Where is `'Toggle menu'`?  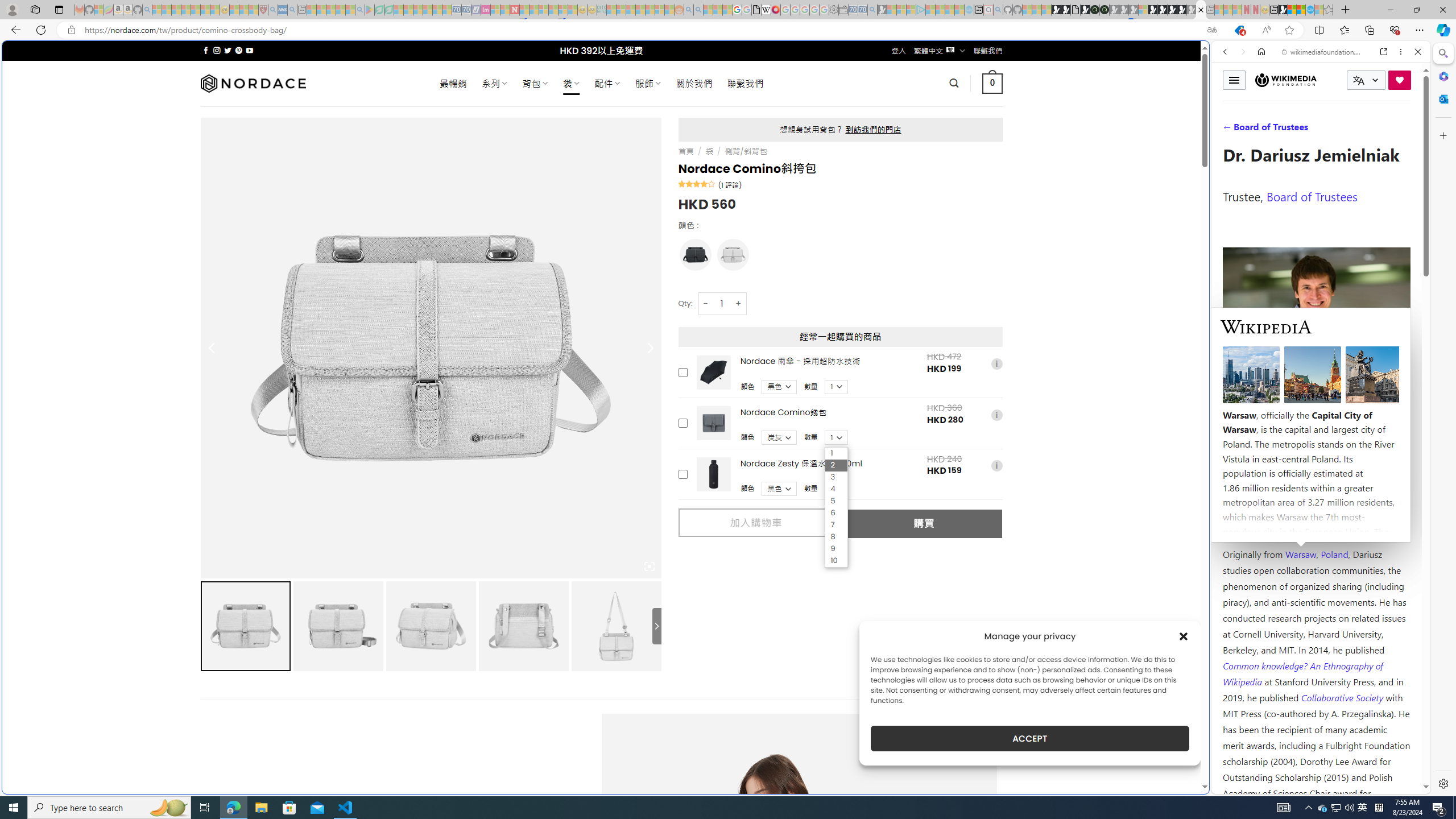 'Toggle menu' is located at coordinates (1233, 80).